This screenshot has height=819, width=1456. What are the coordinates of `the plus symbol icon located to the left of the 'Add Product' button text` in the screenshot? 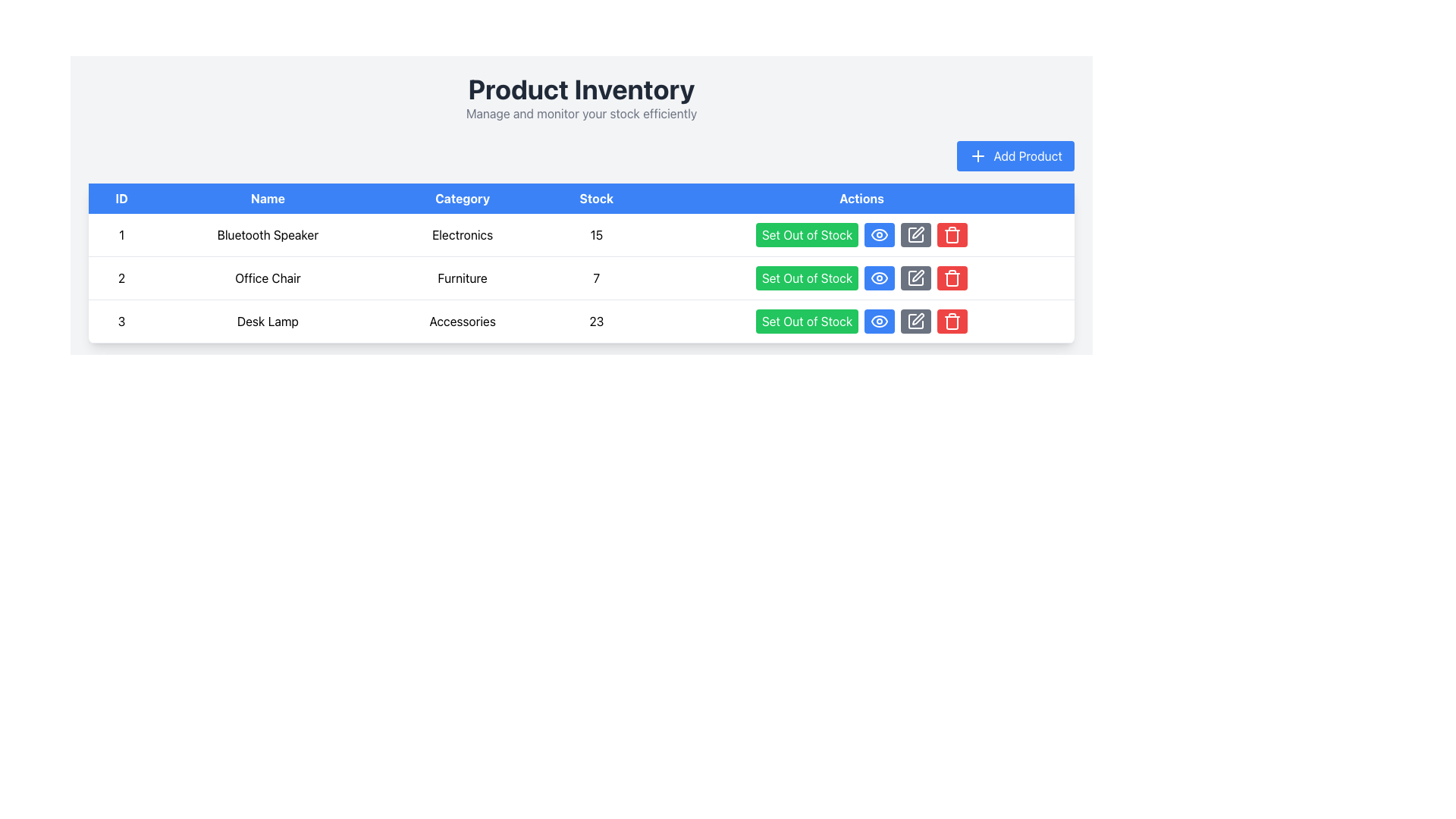 It's located at (978, 155).